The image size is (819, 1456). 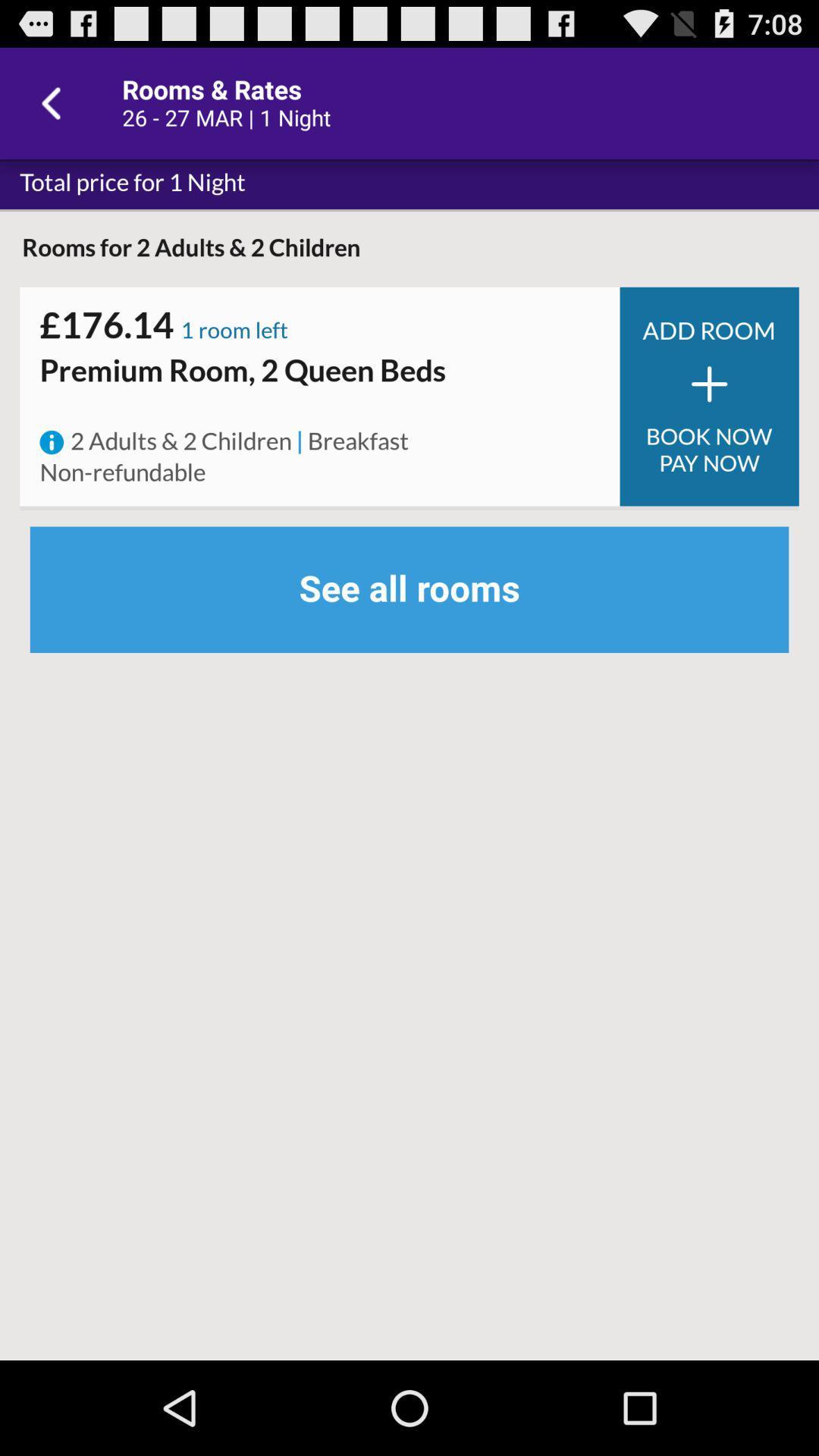 I want to click on icon next to rooms & rates icon, so click(x=55, y=102).